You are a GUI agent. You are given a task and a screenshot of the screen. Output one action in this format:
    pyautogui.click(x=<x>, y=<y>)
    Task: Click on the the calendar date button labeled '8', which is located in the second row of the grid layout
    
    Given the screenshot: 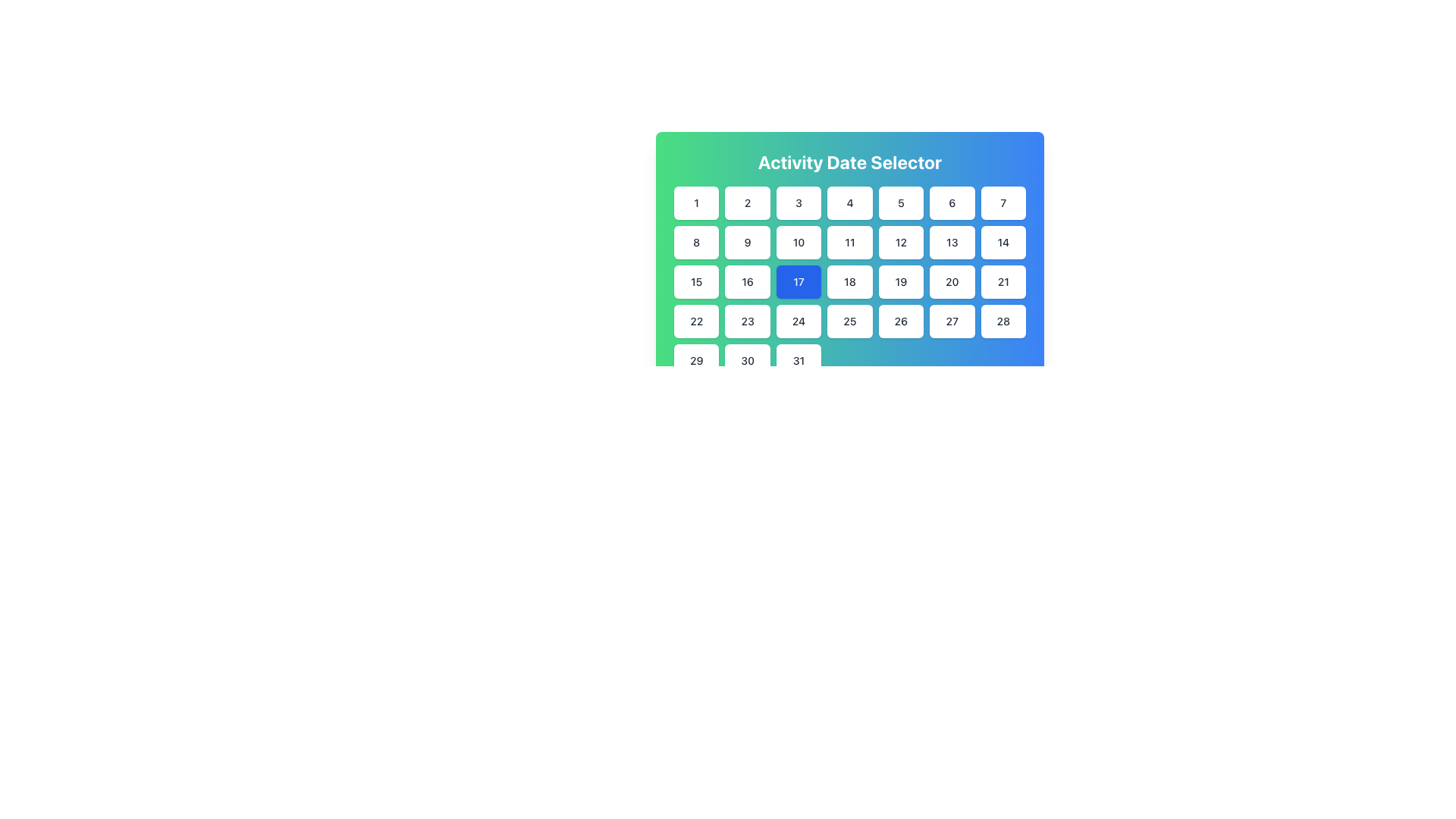 What is the action you would take?
    pyautogui.click(x=695, y=242)
    